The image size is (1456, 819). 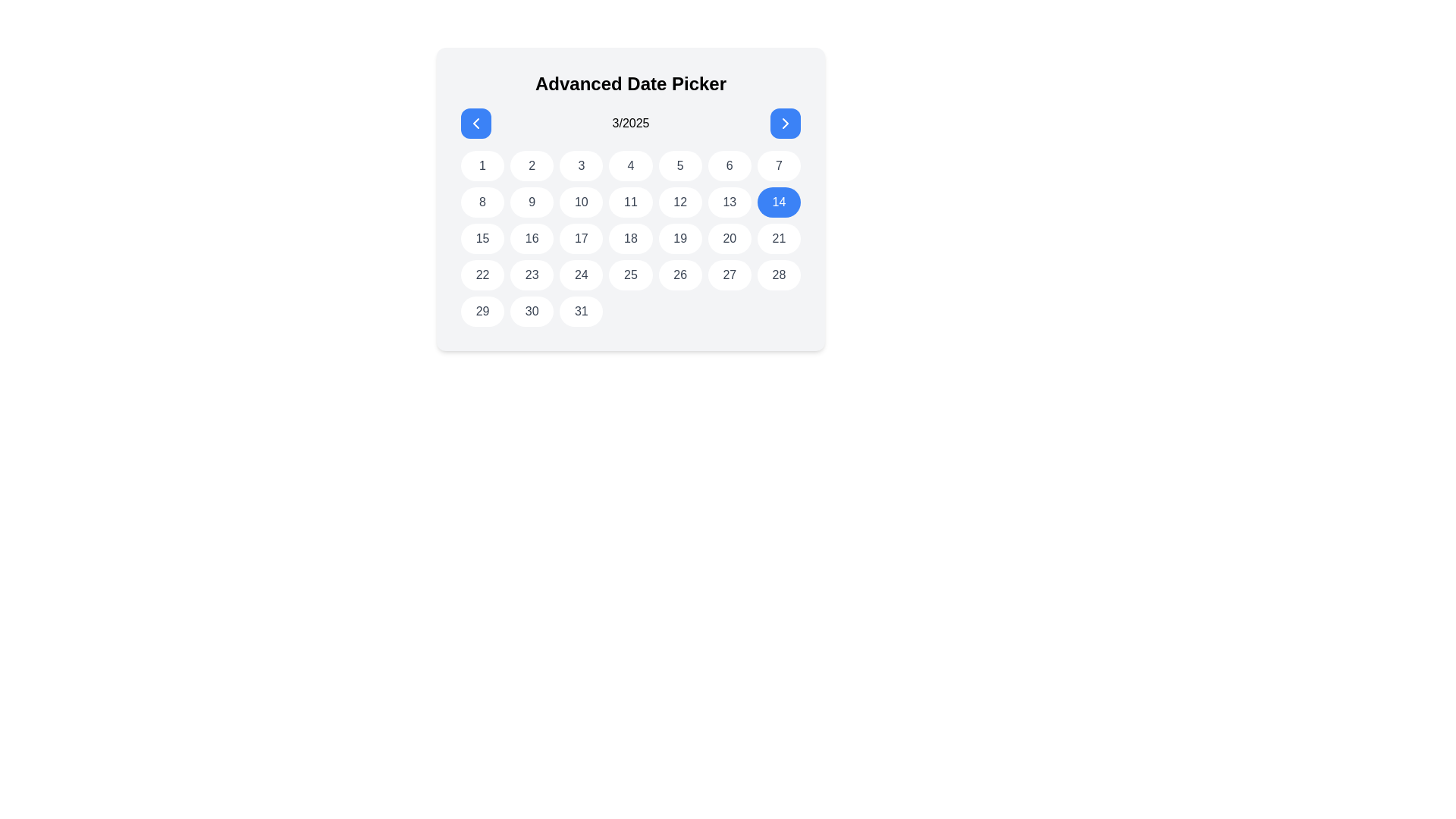 What do you see at coordinates (786, 122) in the screenshot?
I see `the 'next' navigation icon located in the square blue button at the top-right corner of the calendar interface` at bounding box center [786, 122].